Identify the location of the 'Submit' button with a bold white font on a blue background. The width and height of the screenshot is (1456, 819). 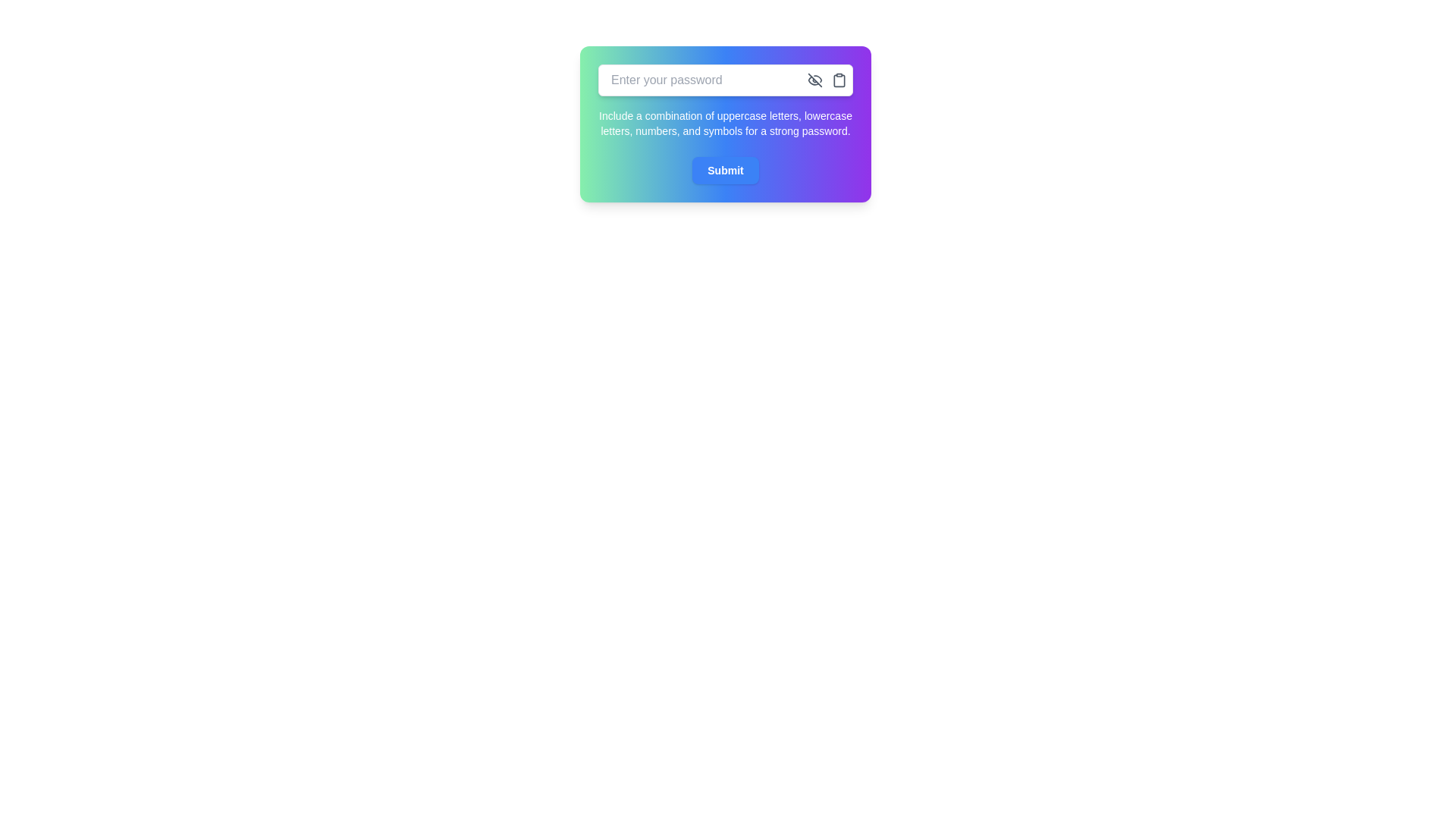
(724, 170).